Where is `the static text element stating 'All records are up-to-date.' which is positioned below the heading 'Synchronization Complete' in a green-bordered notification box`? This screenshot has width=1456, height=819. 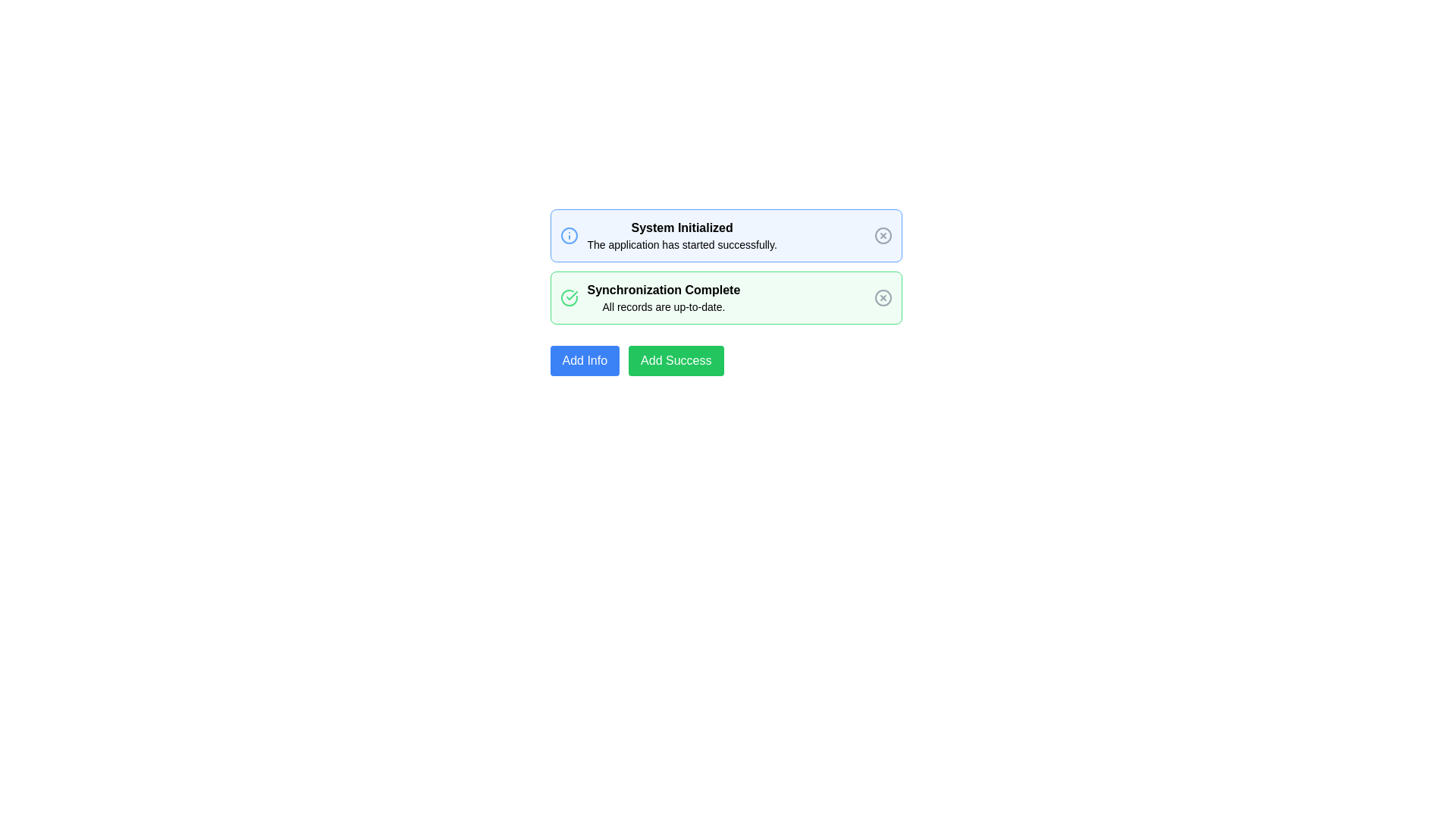 the static text element stating 'All records are up-to-date.' which is positioned below the heading 'Synchronization Complete' in a green-bordered notification box is located at coordinates (664, 307).